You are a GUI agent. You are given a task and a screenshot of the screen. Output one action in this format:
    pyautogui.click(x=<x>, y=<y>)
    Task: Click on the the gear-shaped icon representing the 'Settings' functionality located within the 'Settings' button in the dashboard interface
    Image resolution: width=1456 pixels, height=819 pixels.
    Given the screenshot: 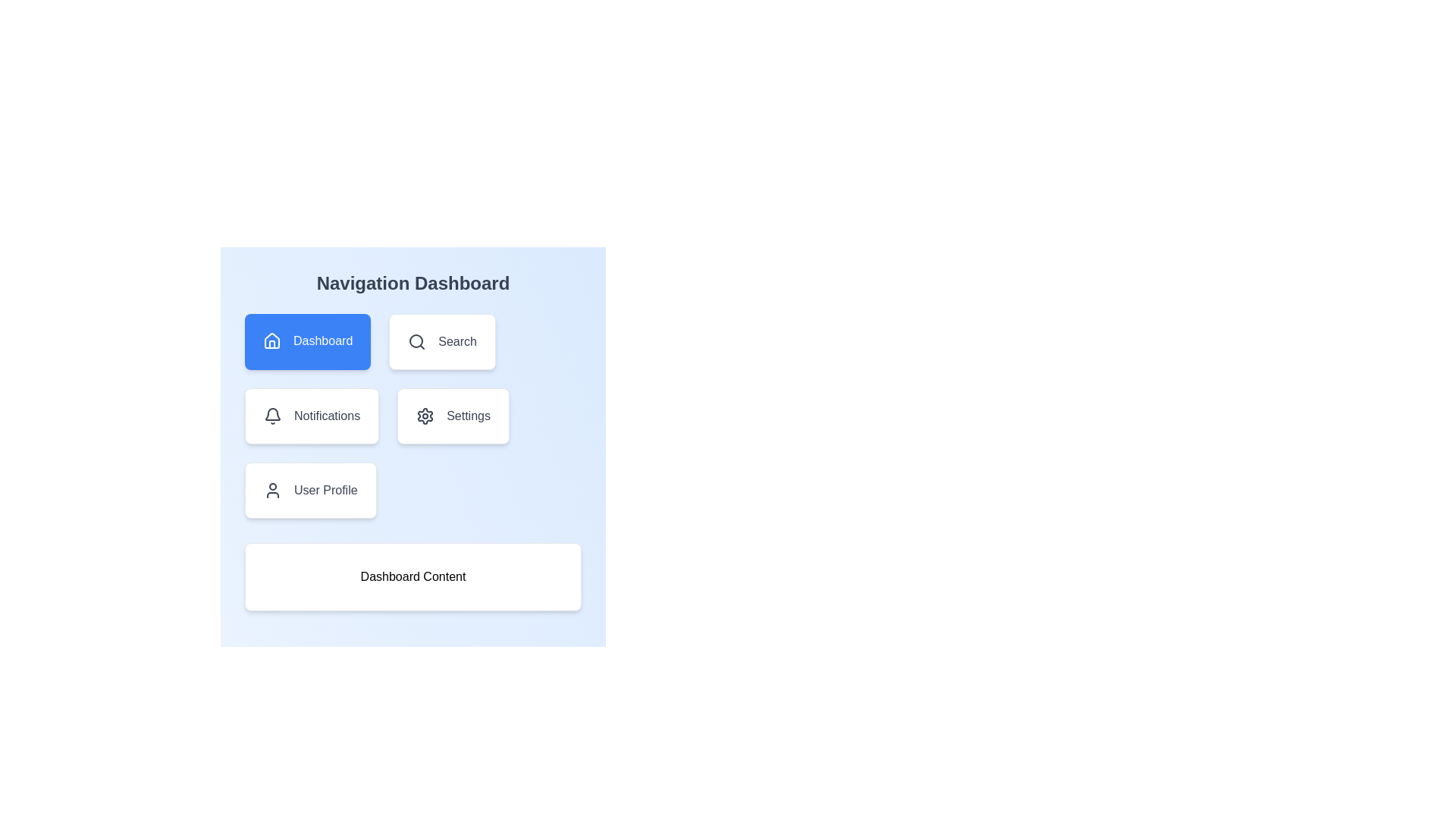 What is the action you would take?
    pyautogui.click(x=425, y=416)
    